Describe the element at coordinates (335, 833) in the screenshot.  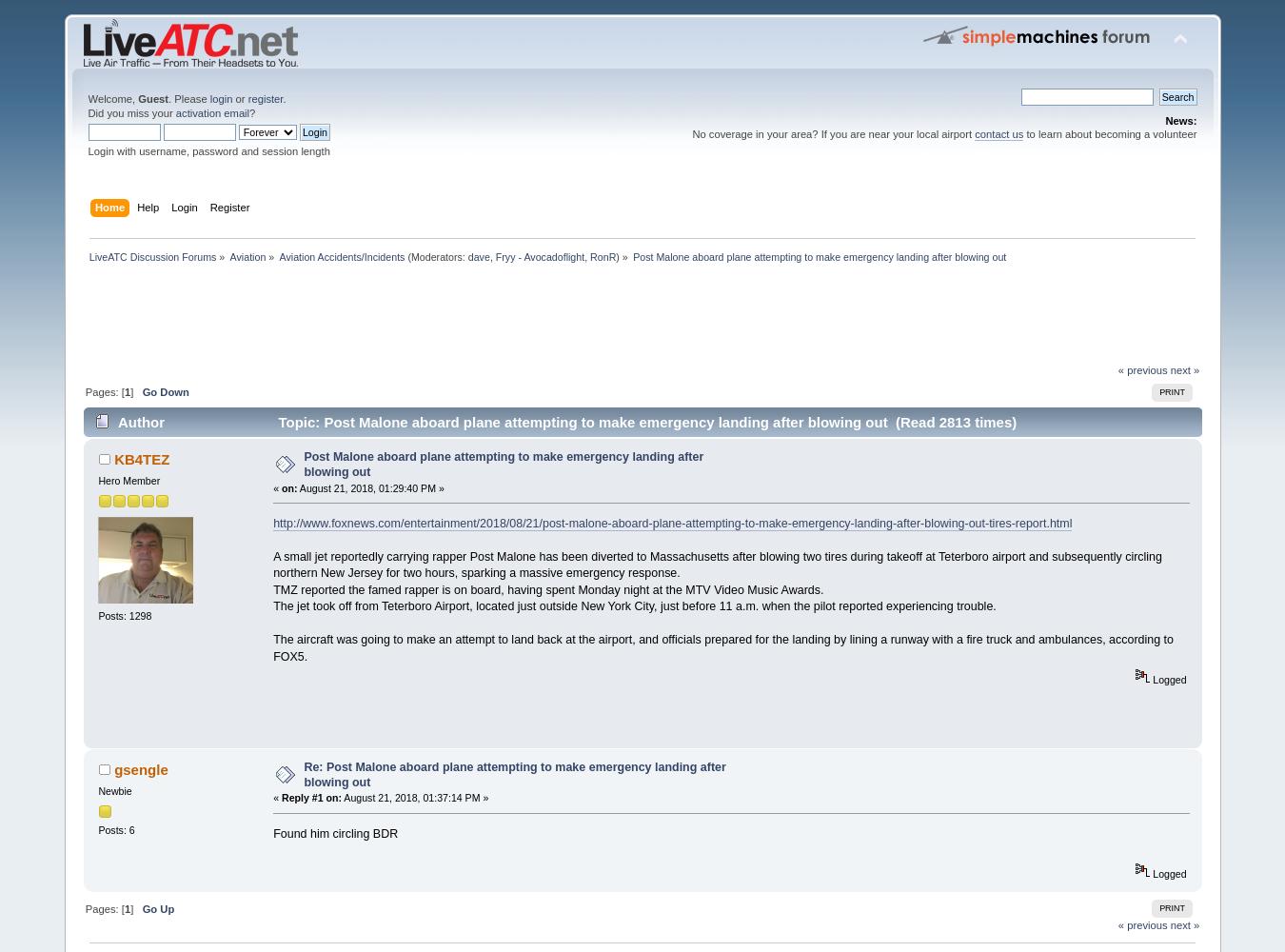
I see `'Found him circling BDR'` at that location.